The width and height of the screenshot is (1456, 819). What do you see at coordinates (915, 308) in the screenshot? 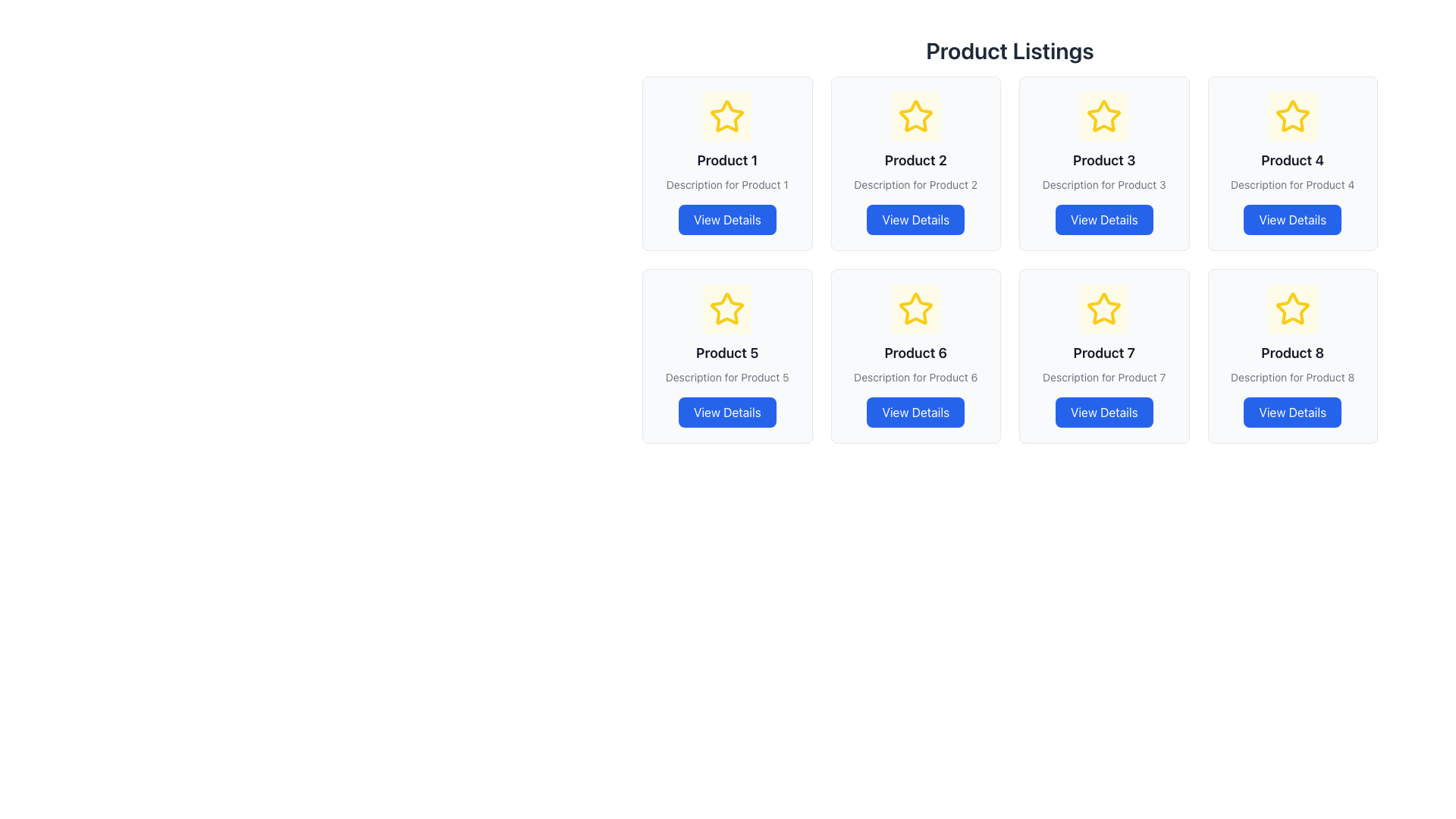
I see `the star-shaped icon with a yellow border located above the title of Product 6 in the layout, which is the third item in the second row of the grid` at bounding box center [915, 308].